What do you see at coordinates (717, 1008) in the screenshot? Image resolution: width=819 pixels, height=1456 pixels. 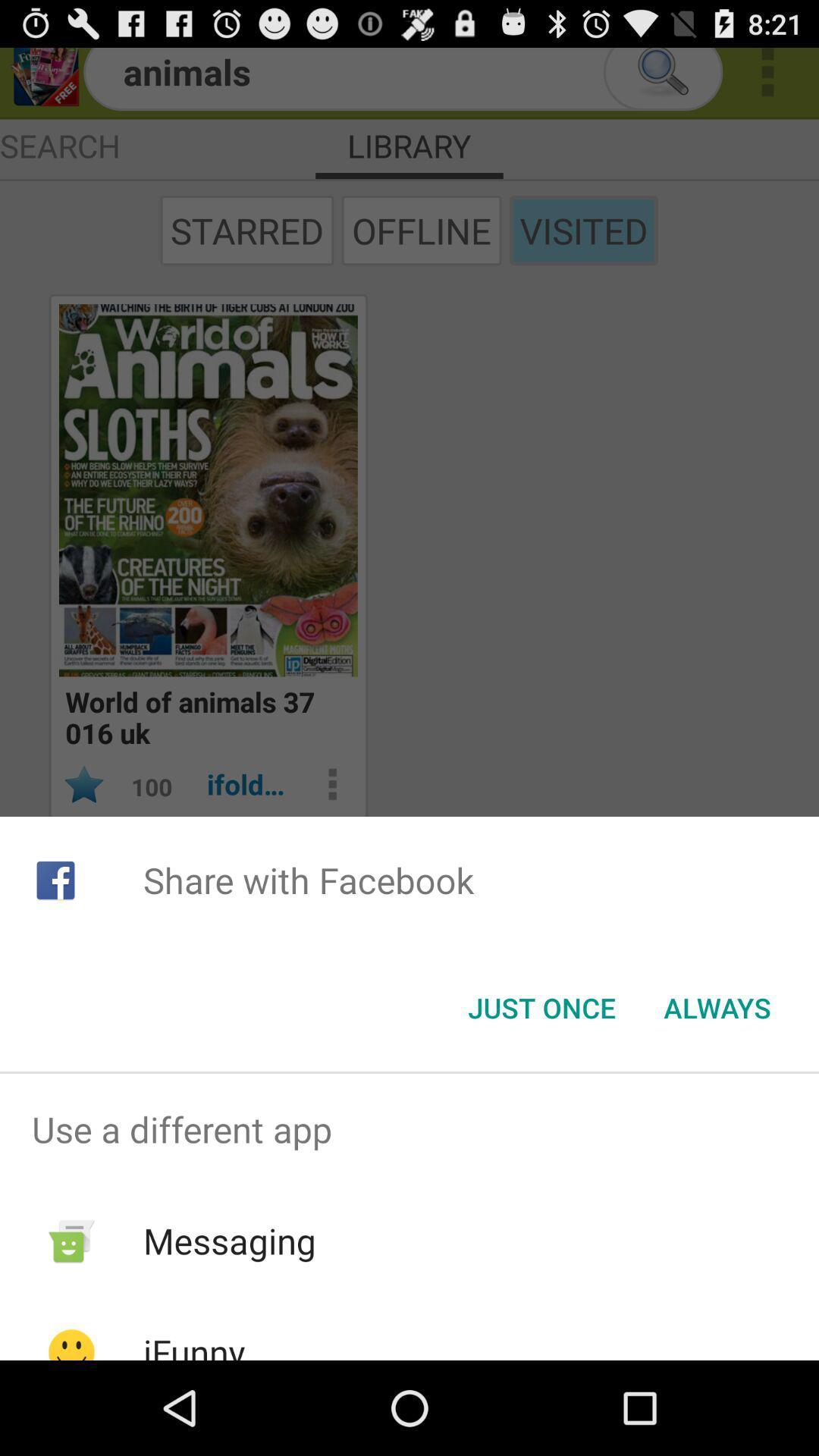 I see `the app below share with facebook` at bounding box center [717, 1008].